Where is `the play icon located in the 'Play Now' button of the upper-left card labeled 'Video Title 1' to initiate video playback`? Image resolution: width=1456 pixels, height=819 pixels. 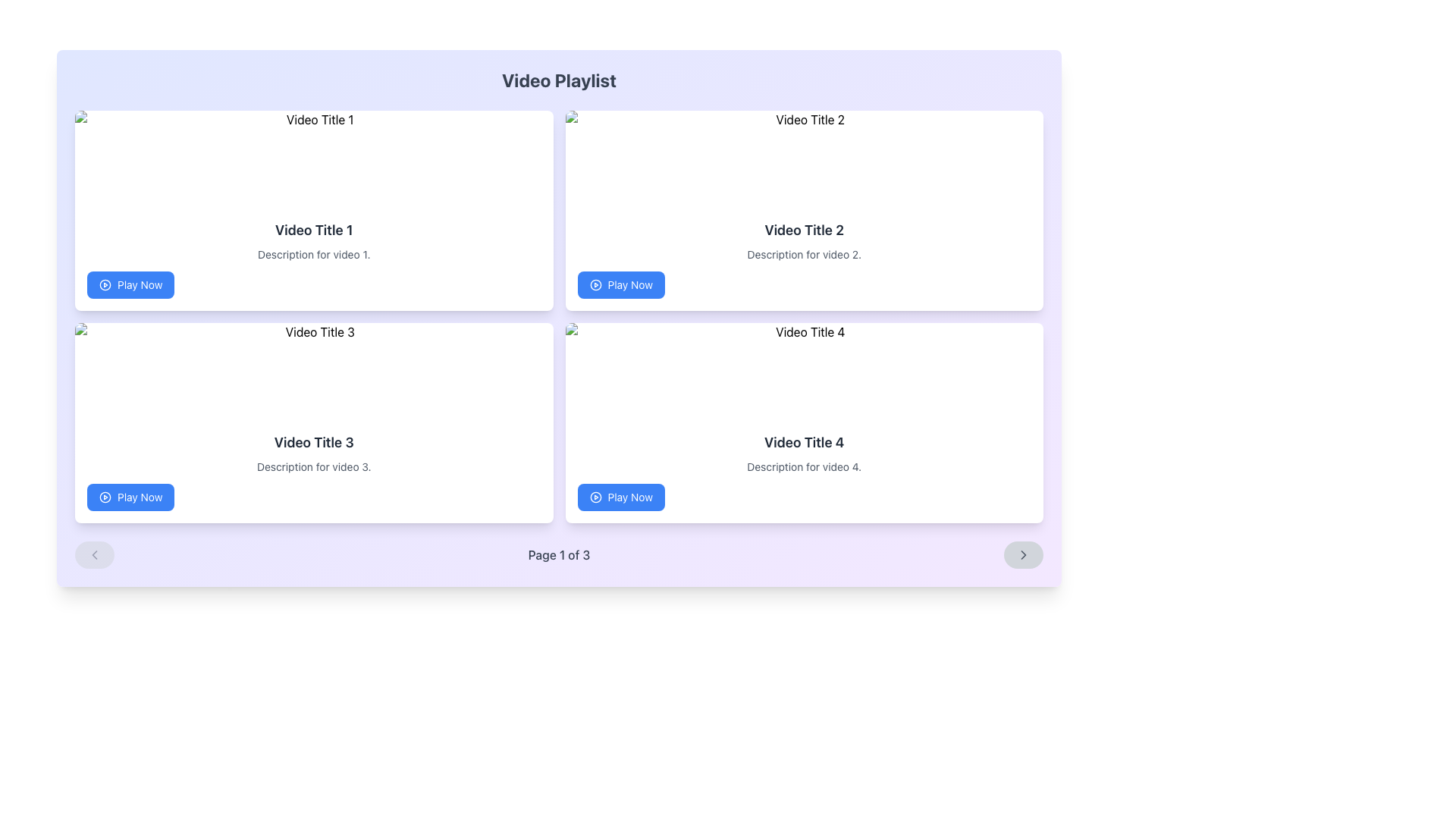 the play icon located in the 'Play Now' button of the upper-left card labeled 'Video Title 1' to initiate video playback is located at coordinates (105, 284).